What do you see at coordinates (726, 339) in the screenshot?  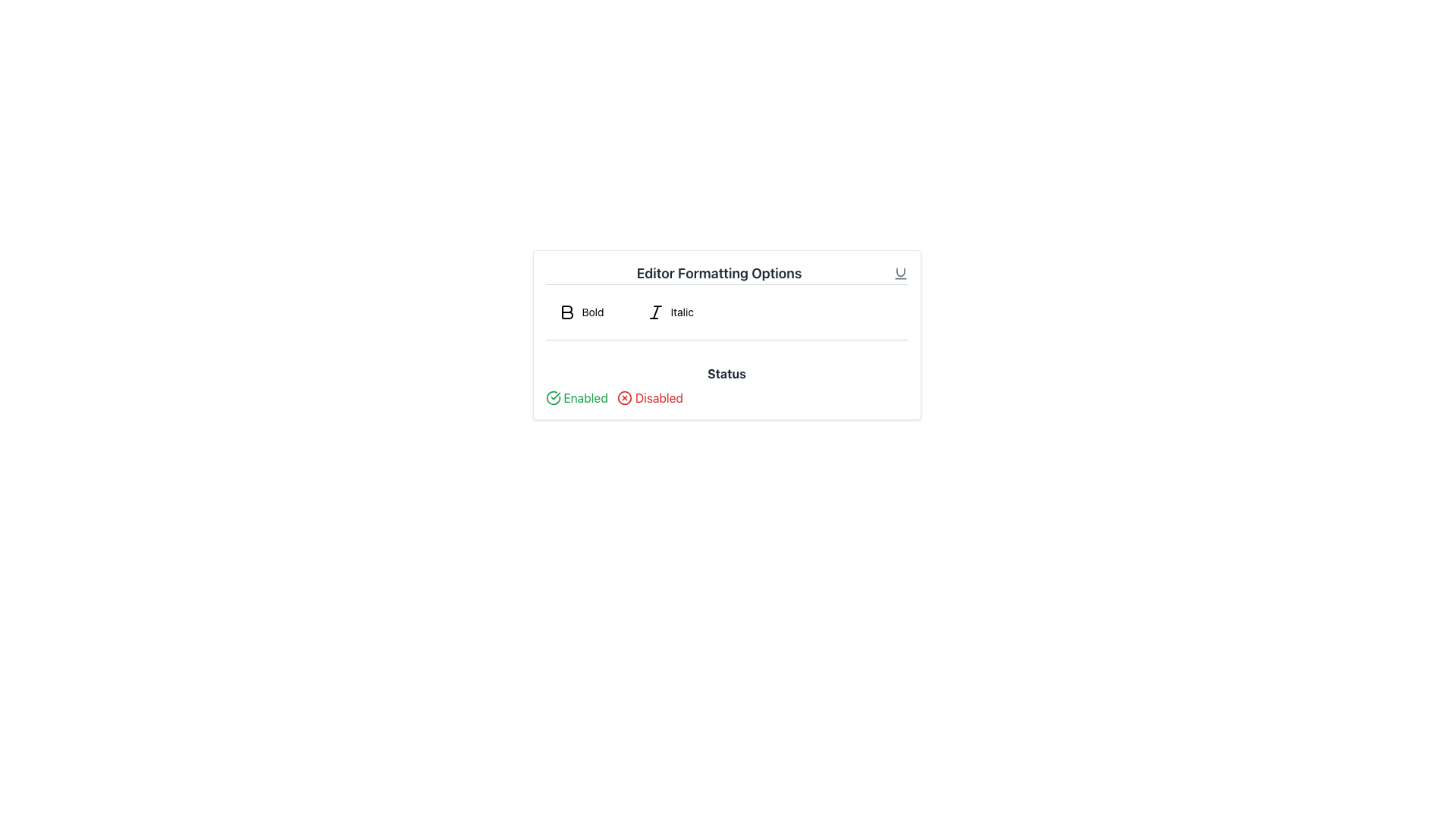 I see `the Separator Line located between the 'Bold' and 'Italic' buttons and the 'Status' section` at bounding box center [726, 339].